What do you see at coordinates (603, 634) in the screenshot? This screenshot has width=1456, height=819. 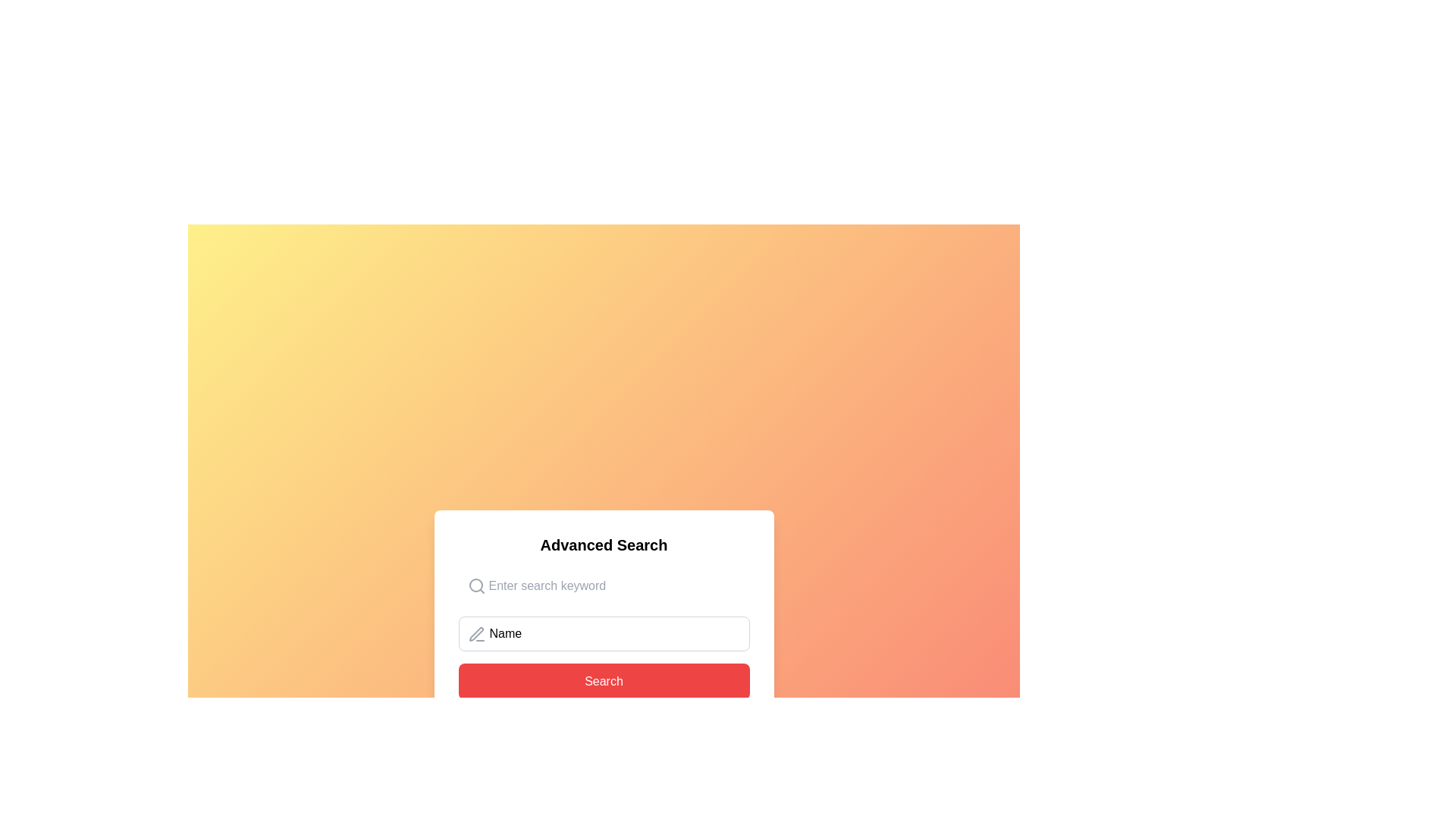 I see `the text input field for entering a name in the 'Advanced Search' feature using tab navigation` at bounding box center [603, 634].